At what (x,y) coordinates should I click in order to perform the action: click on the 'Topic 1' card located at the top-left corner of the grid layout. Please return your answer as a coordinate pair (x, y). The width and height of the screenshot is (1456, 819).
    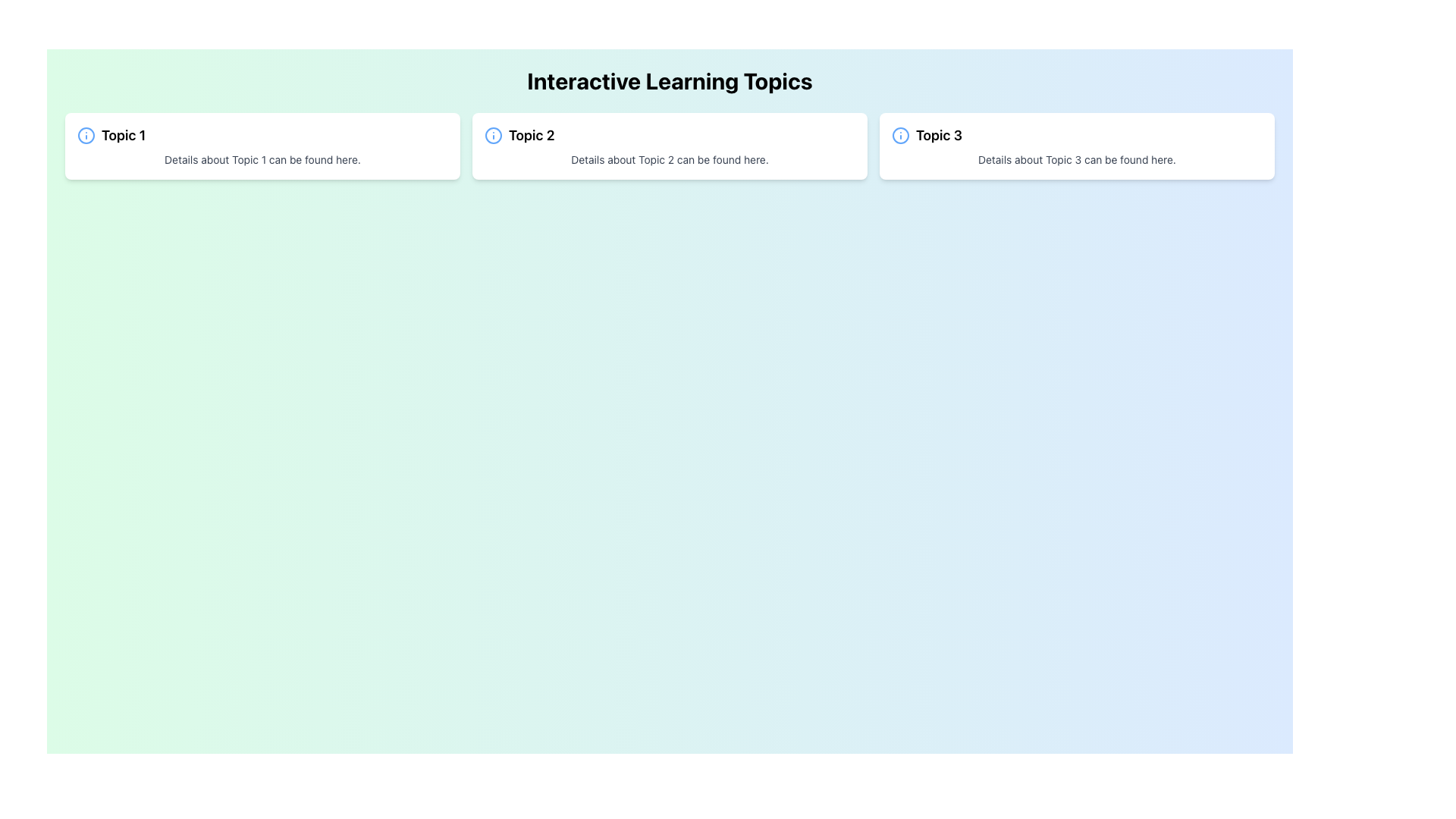
    Looking at the image, I should click on (262, 146).